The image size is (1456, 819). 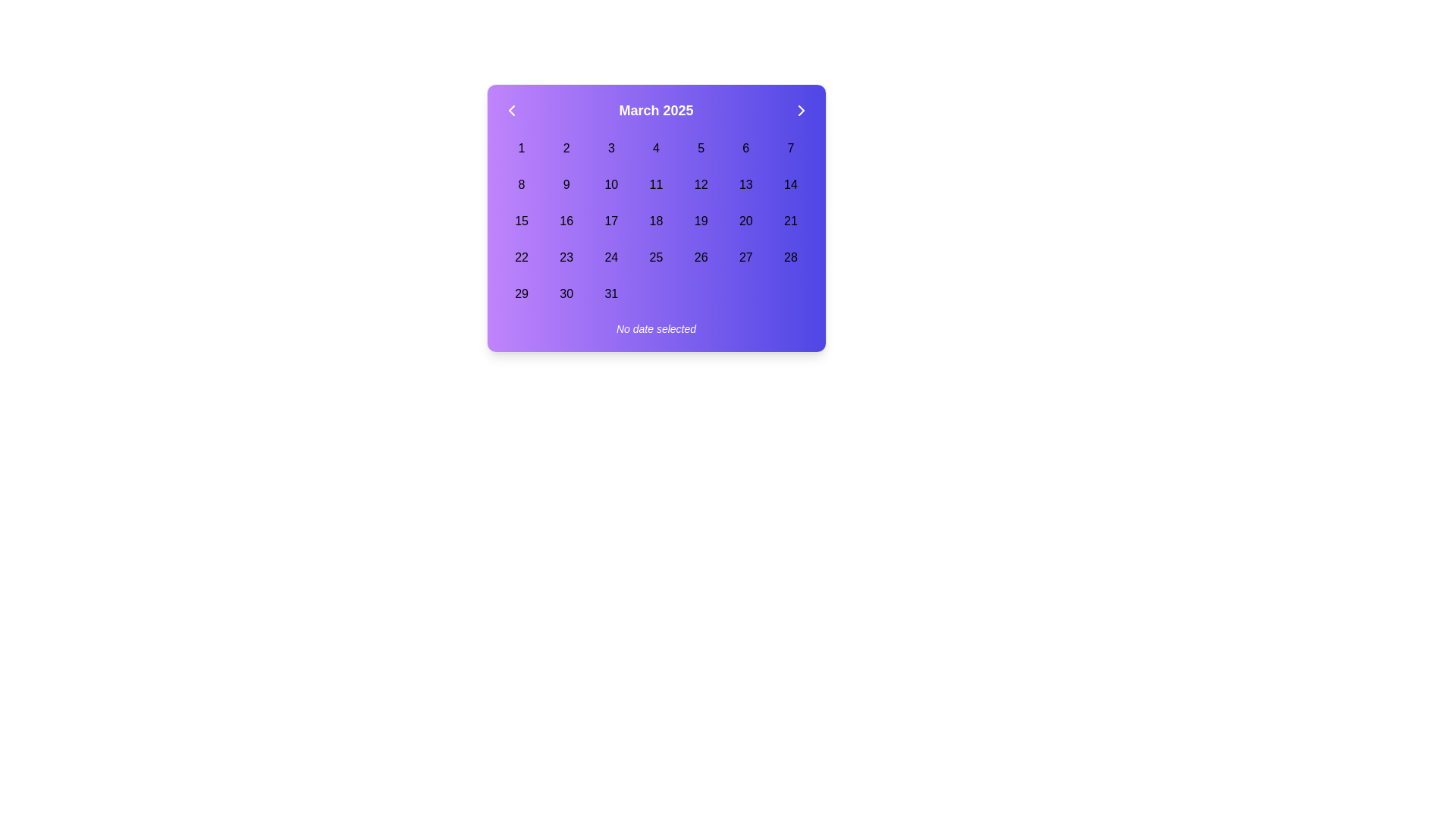 What do you see at coordinates (656, 110) in the screenshot?
I see `text content of the Text Label displaying the currently selected month and year in the calendar widget, which is located at the top of the calendar widget, centered between two arrow icons` at bounding box center [656, 110].